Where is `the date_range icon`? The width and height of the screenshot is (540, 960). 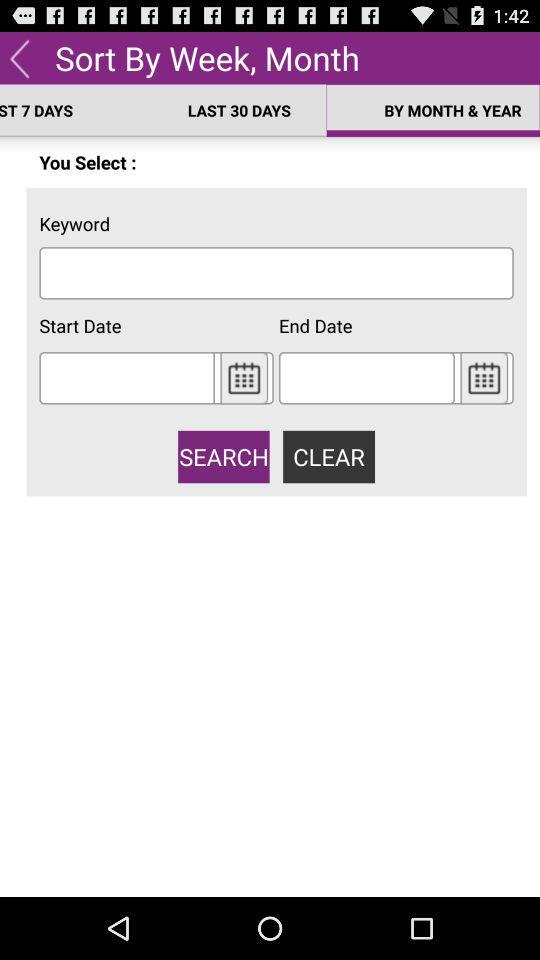
the date_range icon is located at coordinates (483, 403).